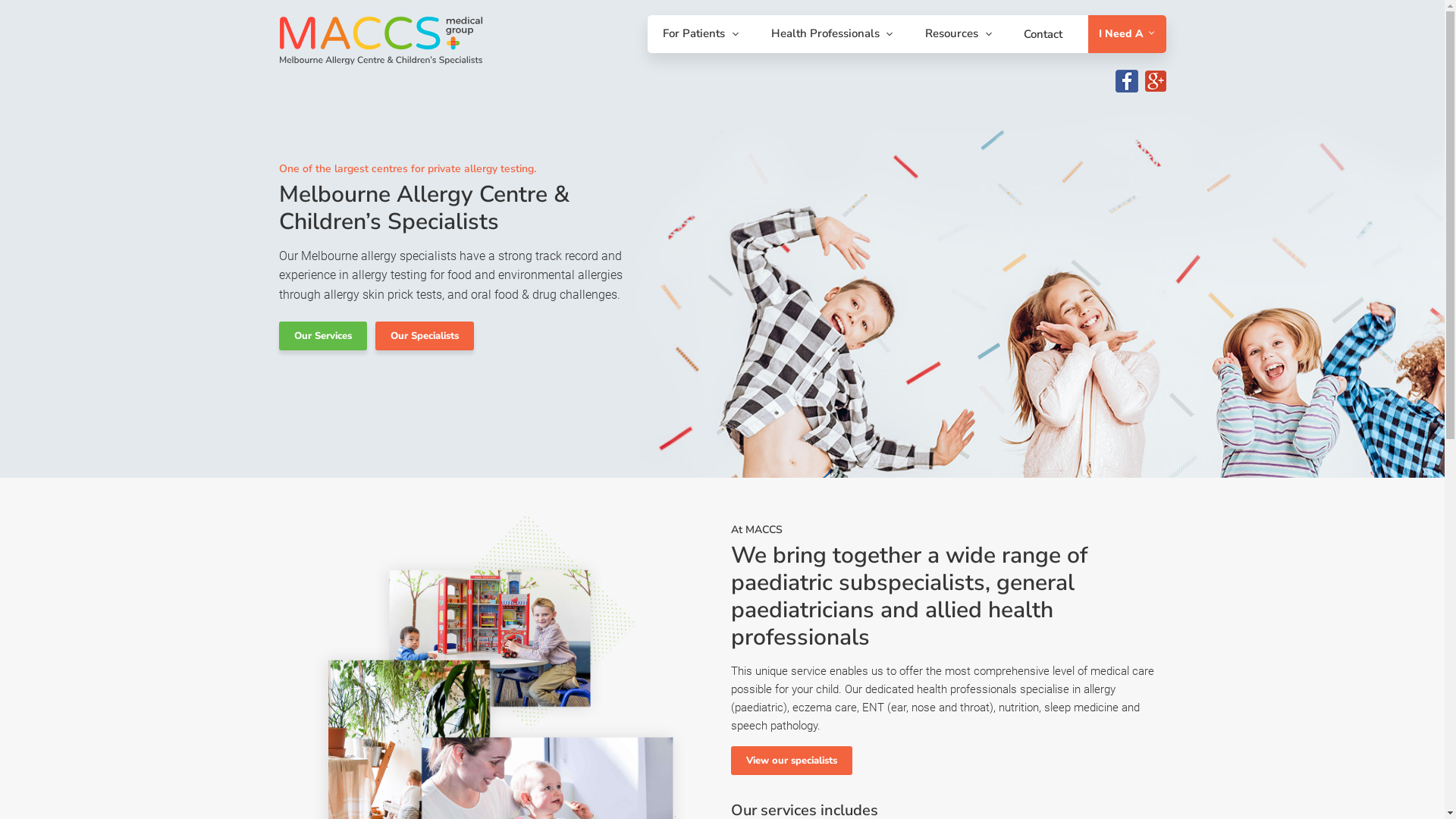 The width and height of the screenshot is (1456, 819). Describe the element at coordinates (702, 33) in the screenshot. I see `'For Patients'` at that location.